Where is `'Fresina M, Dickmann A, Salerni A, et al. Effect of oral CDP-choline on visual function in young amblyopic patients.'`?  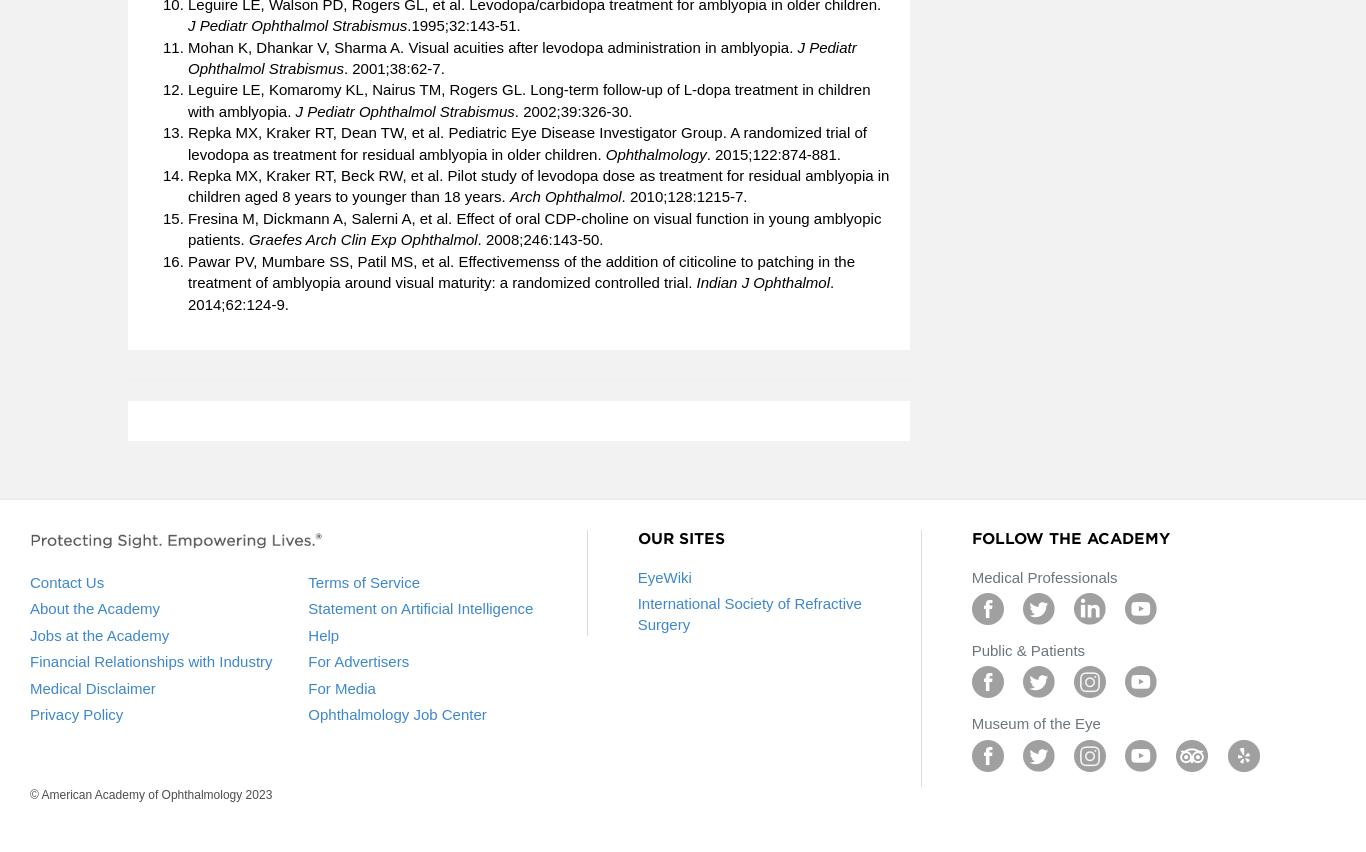 'Fresina M, Dickmann A, Salerni A, et al. Effect of oral CDP-choline on visual function in young amblyopic patients.' is located at coordinates (534, 227).